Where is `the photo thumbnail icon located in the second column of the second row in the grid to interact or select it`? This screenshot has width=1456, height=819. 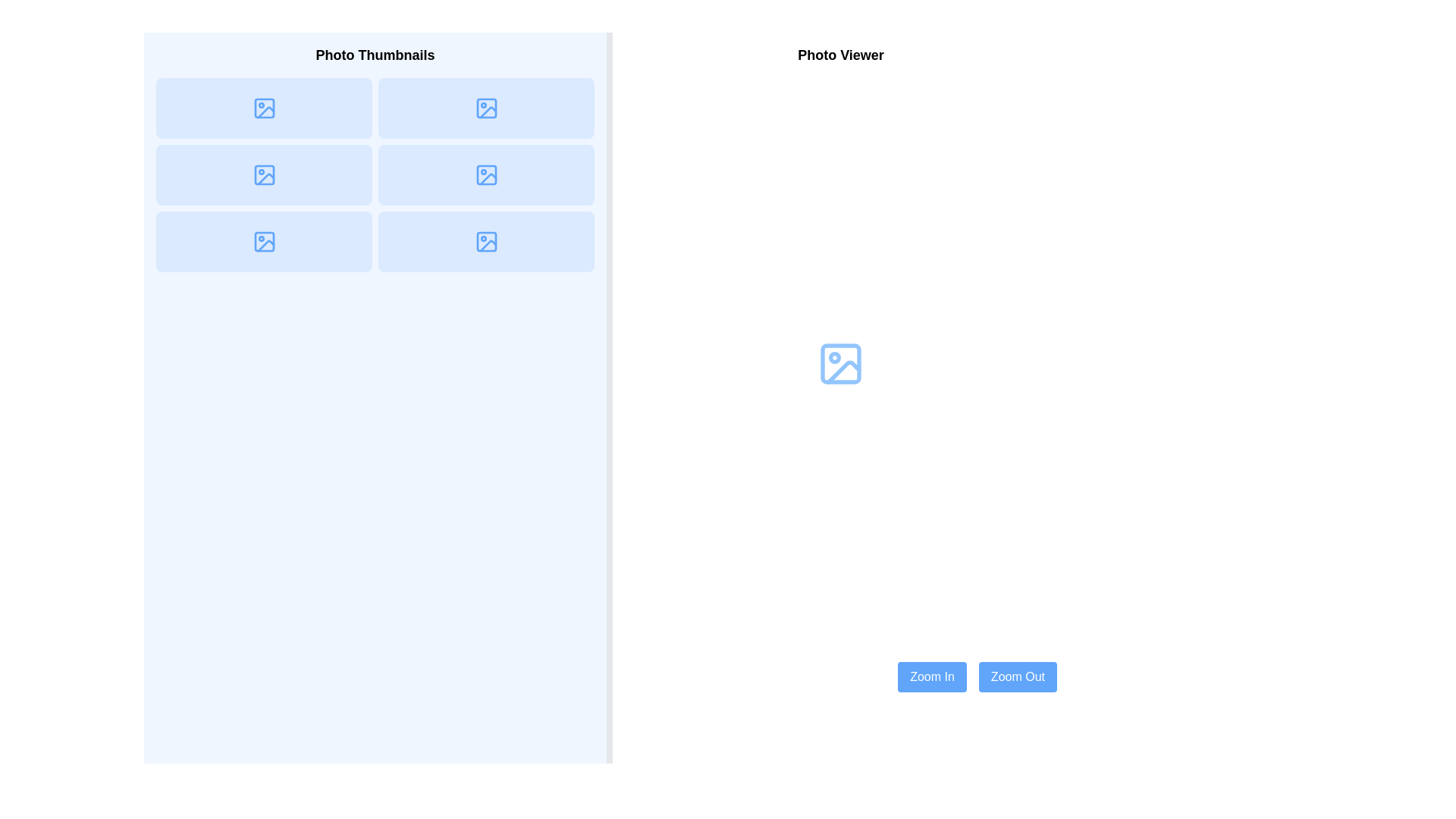 the photo thumbnail icon located in the second column of the second row in the grid to interact or select it is located at coordinates (486, 174).